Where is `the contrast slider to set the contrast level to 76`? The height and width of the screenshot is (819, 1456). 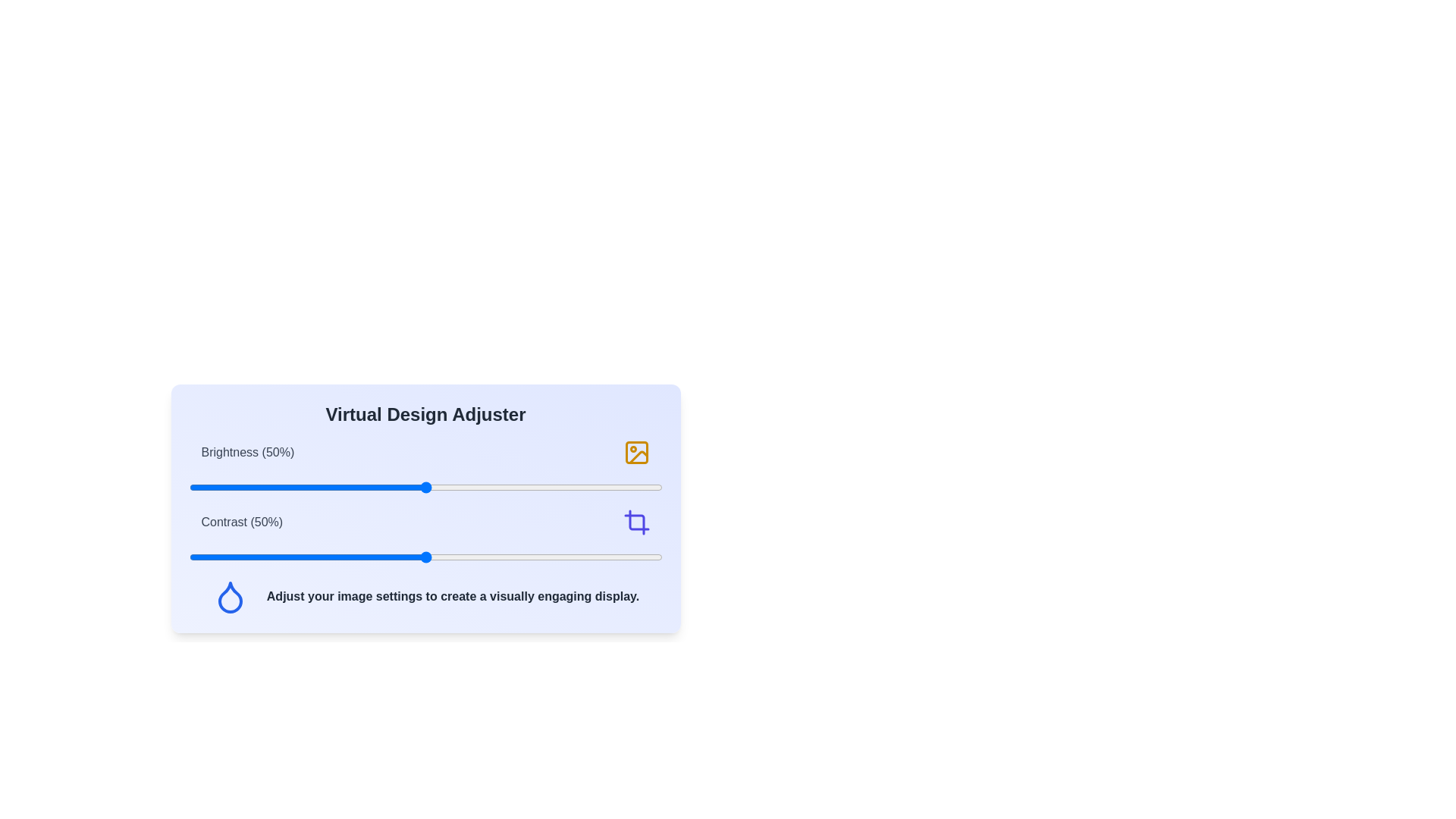 the contrast slider to set the contrast level to 76 is located at coordinates (548, 557).